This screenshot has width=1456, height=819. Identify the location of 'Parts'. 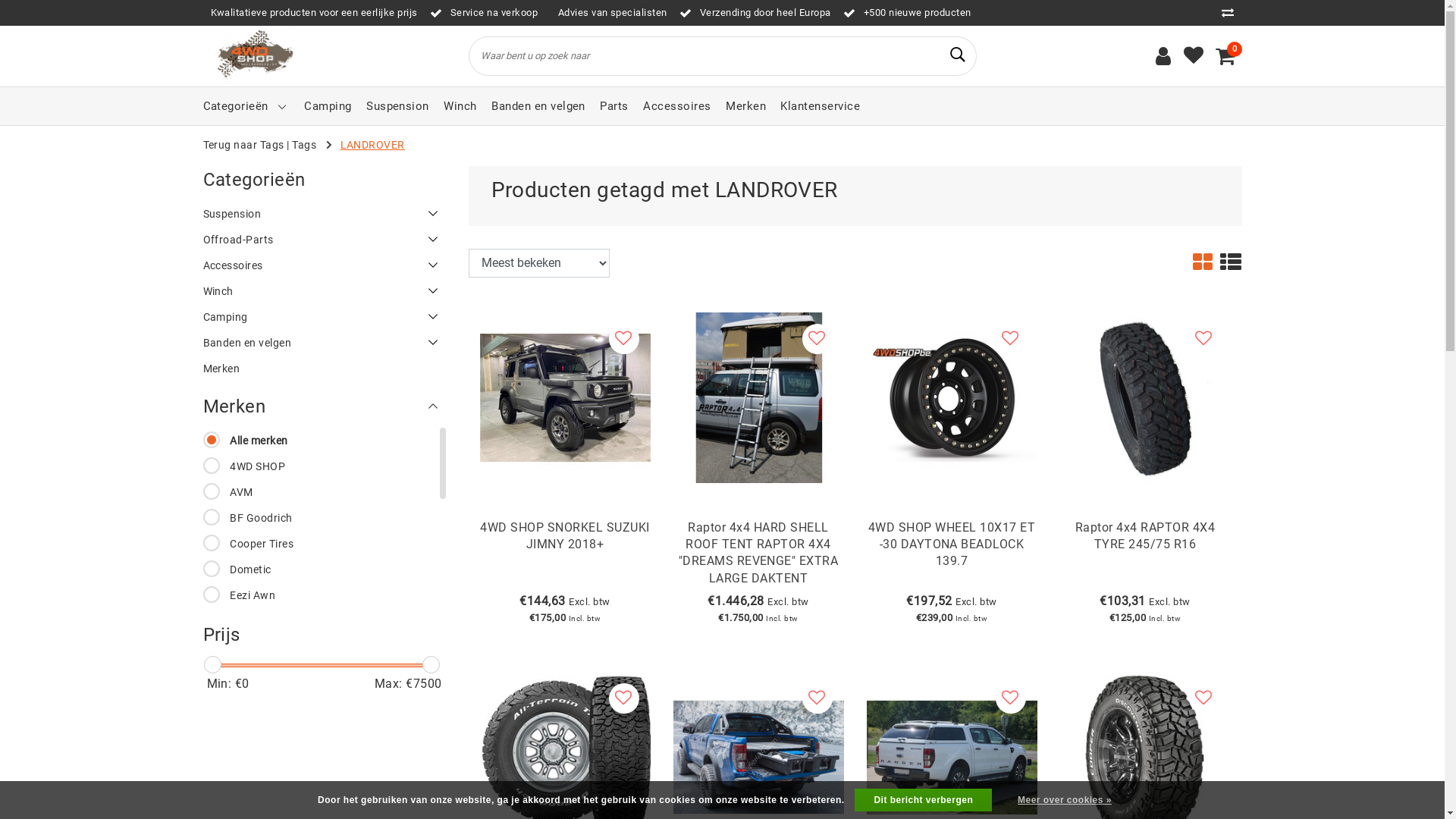
(613, 105).